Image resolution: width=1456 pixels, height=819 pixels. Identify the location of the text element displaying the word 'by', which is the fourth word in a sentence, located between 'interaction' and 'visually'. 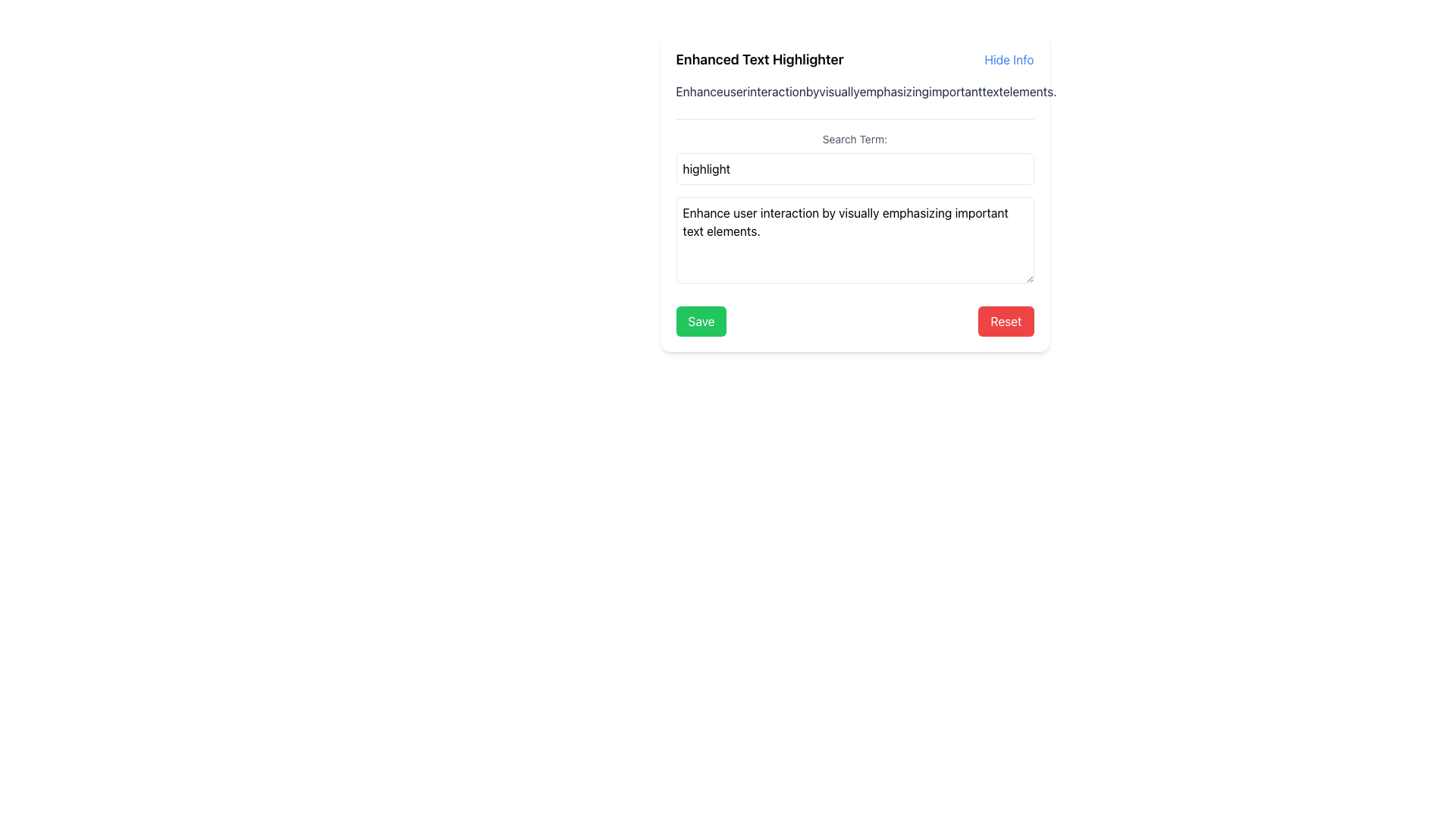
(811, 91).